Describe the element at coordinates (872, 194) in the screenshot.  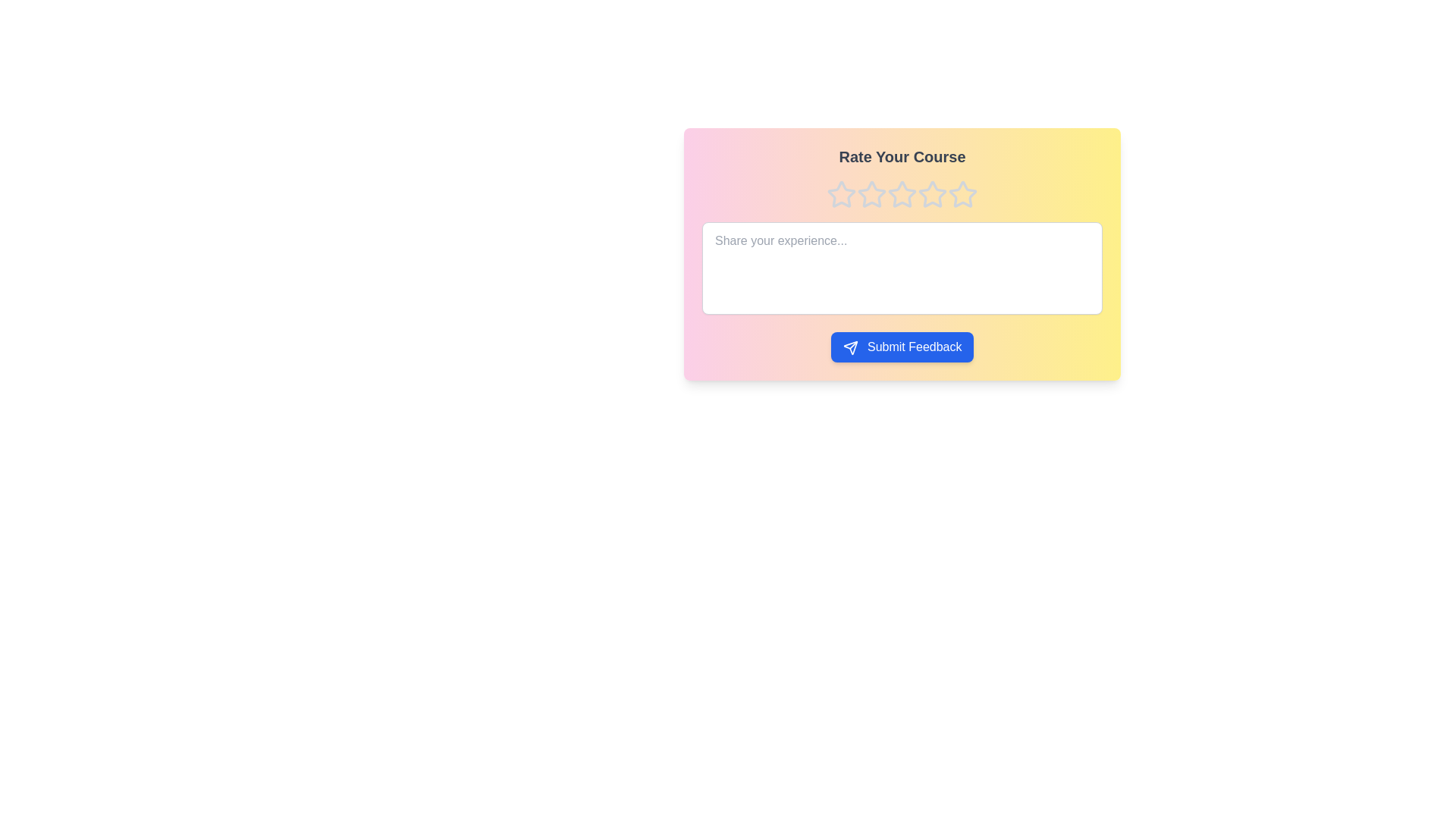
I see `the second interactive star icon for rating, which is outlined in gray` at that location.